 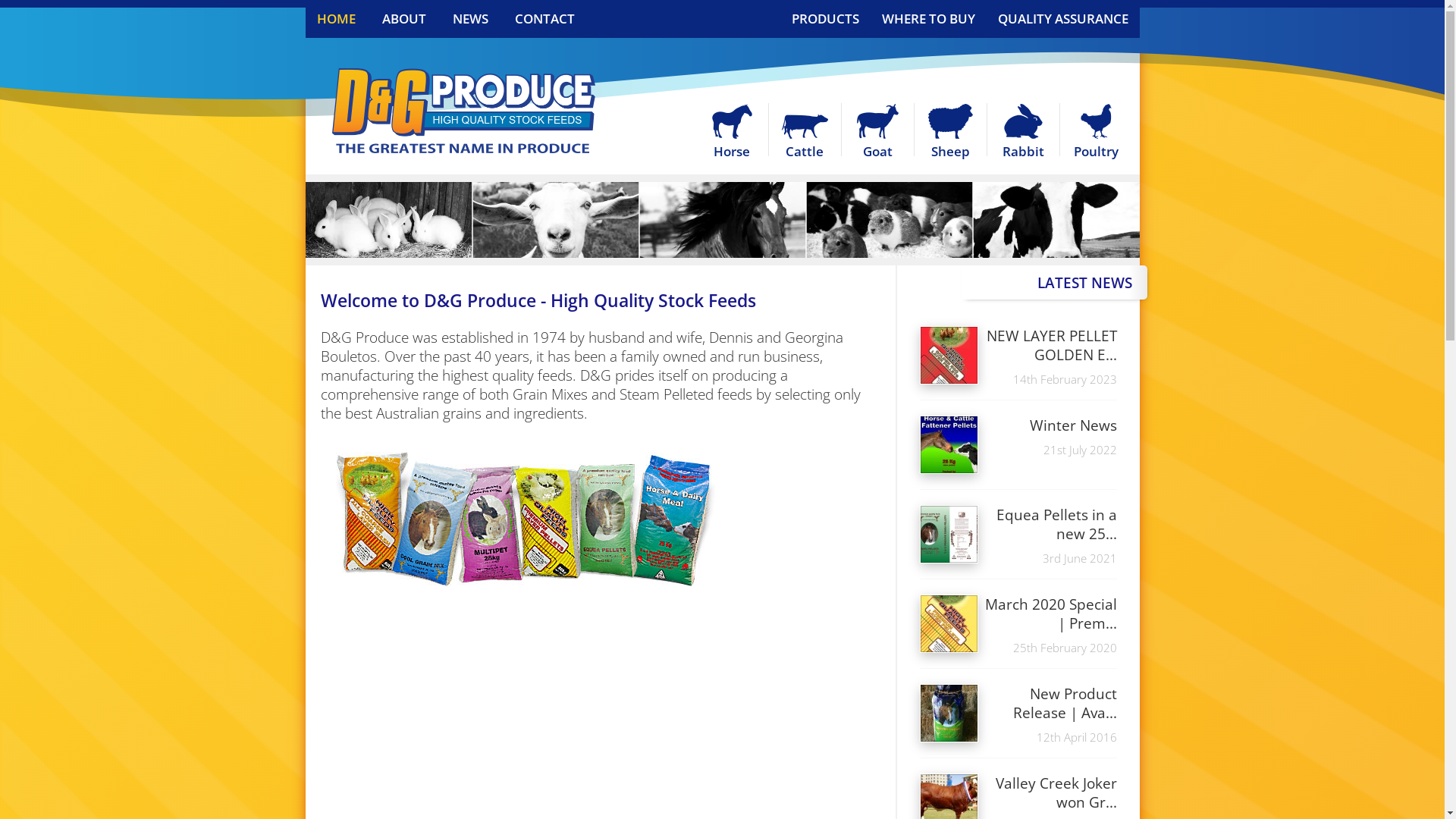 What do you see at coordinates (403, 18) in the screenshot?
I see `'ABOUT'` at bounding box center [403, 18].